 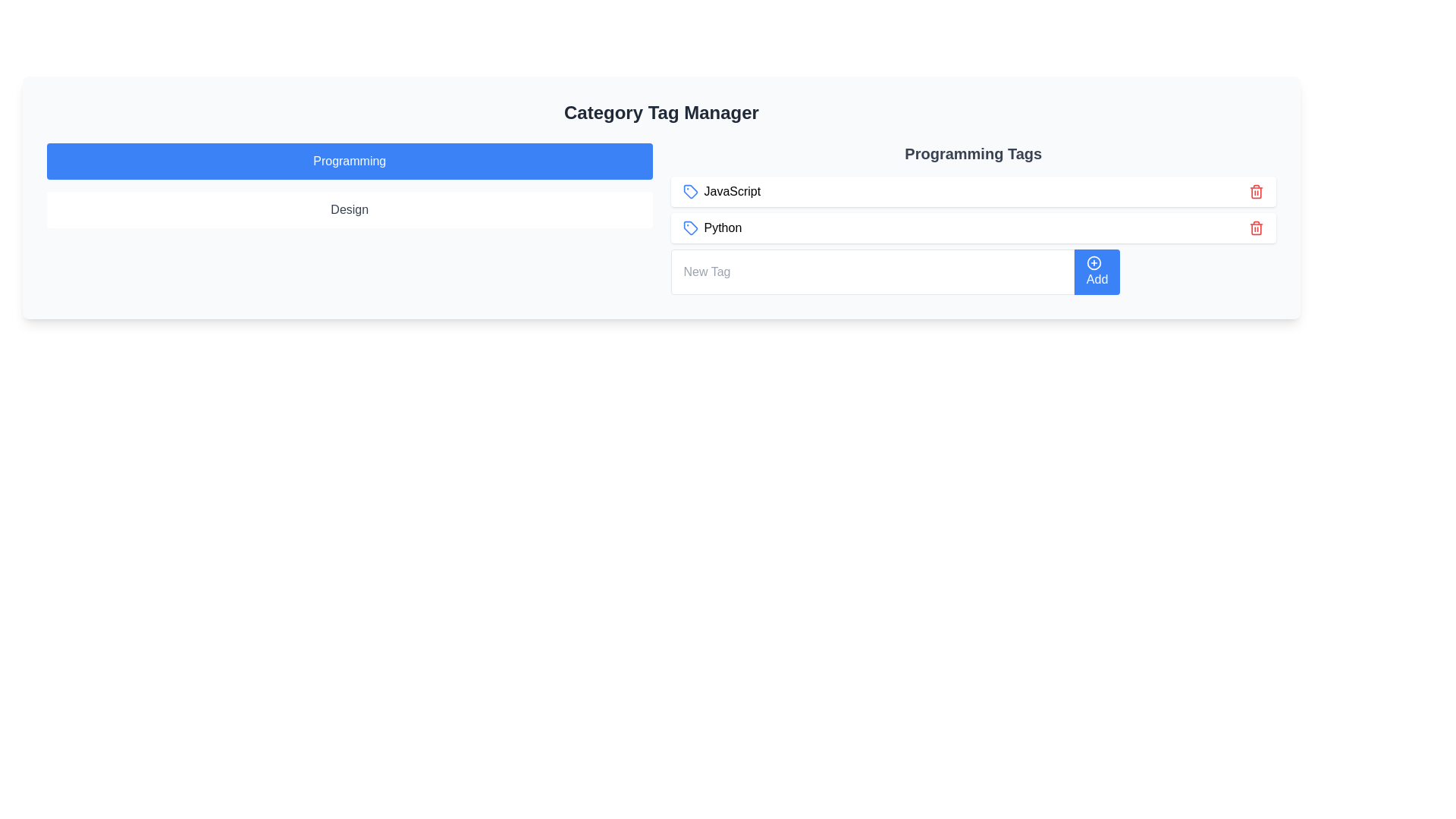 I want to click on the delete button located at the far right side of the row containing the 'JavaScript' tag in the Programming Tags section, so click(x=1256, y=191).